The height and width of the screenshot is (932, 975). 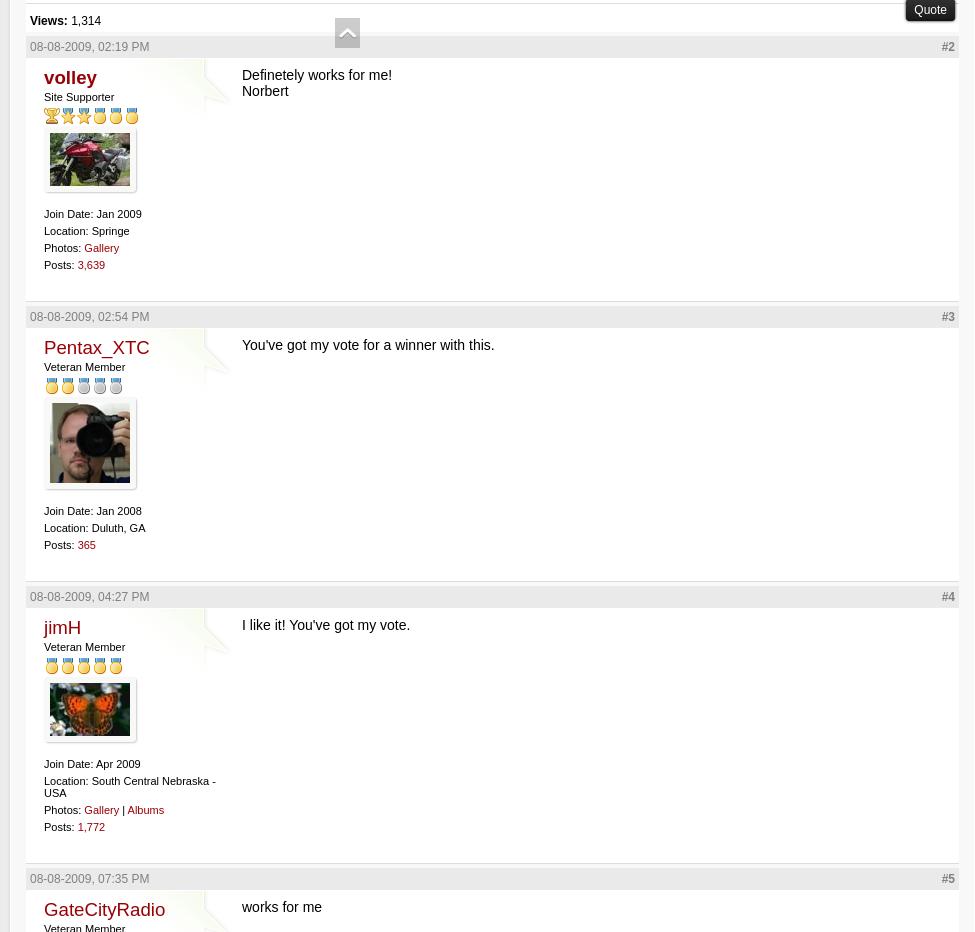 What do you see at coordinates (30, 19) in the screenshot?
I see `'Views:'` at bounding box center [30, 19].